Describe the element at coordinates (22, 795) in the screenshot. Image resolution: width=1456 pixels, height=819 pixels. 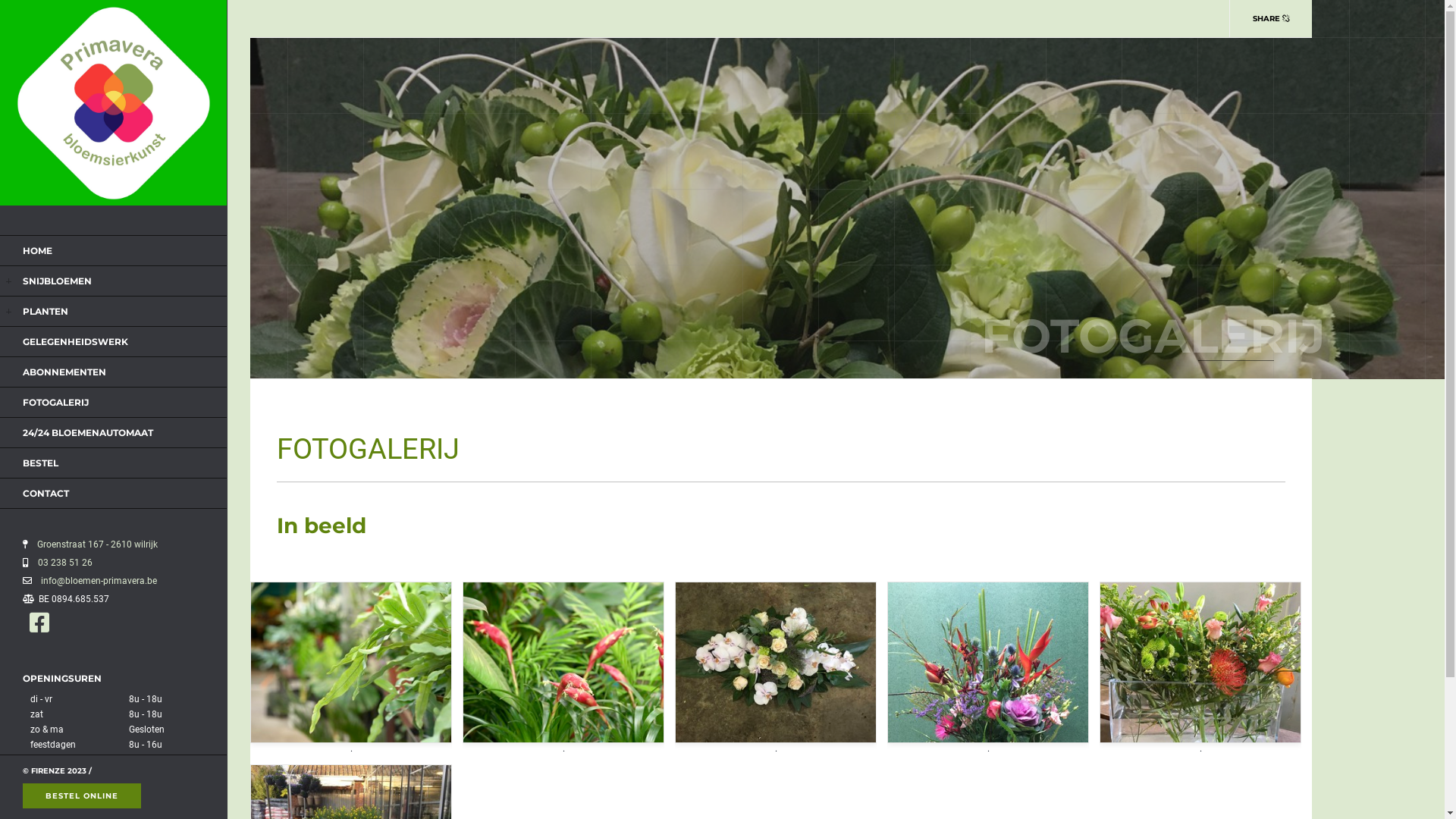
I see `'BESTEL ONLINE'` at that location.